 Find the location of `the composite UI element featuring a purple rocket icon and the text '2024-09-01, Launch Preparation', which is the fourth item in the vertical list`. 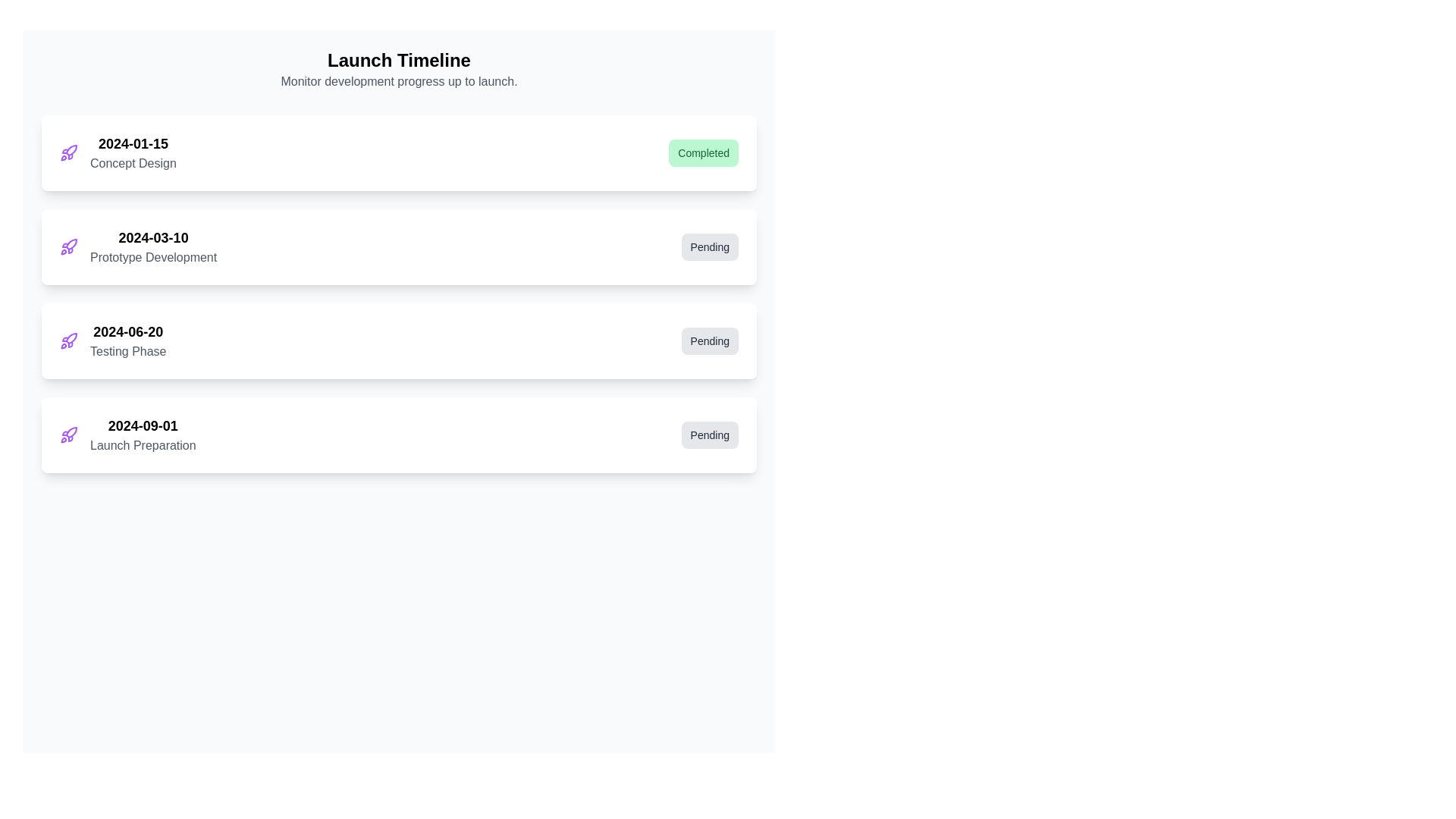

the composite UI element featuring a purple rocket icon and the text '2024-09-01, Launch Preparation', which is the fourth item in the vertical list is located at coordinates (127, 435).